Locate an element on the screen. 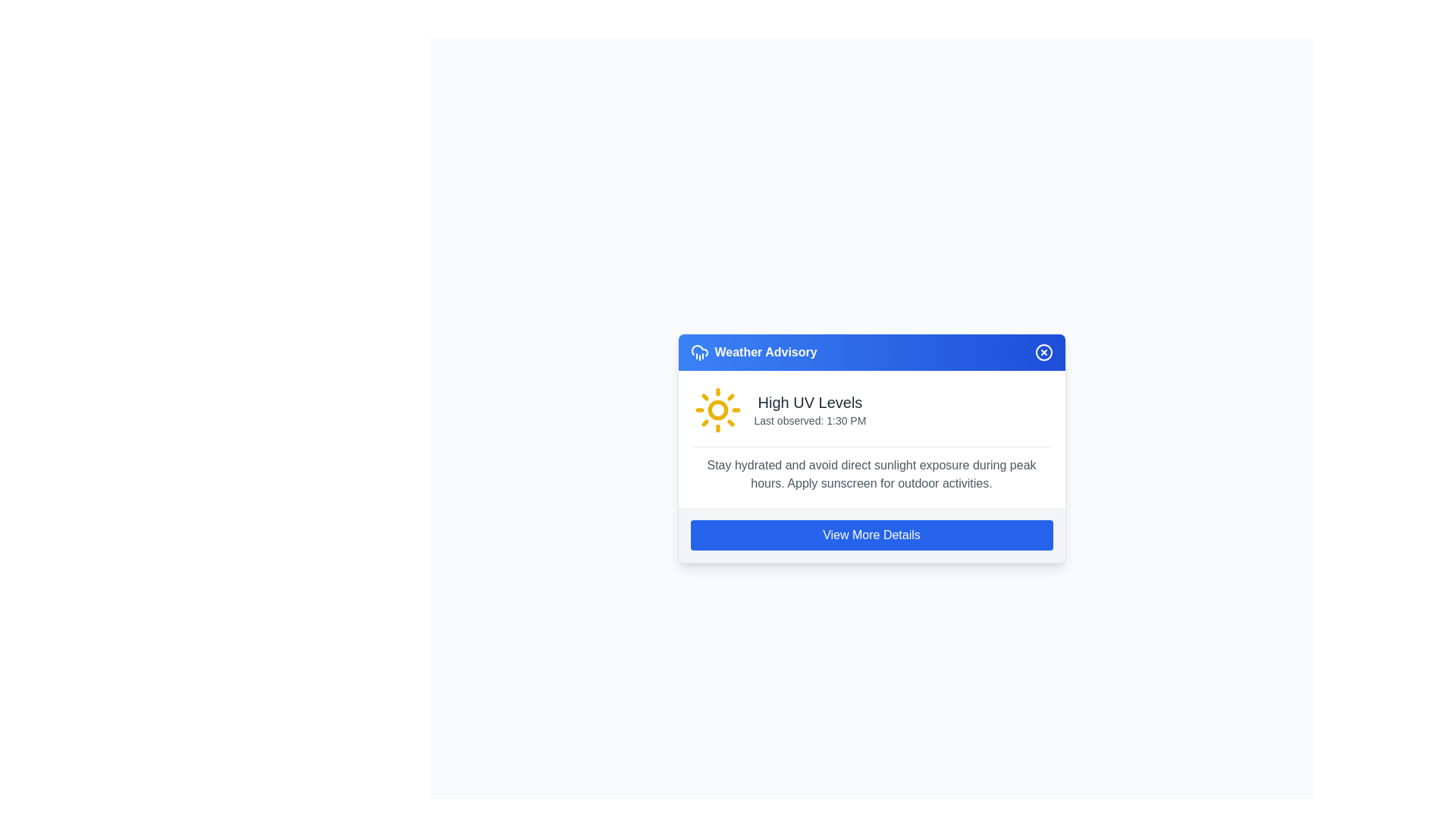  the small yellow circular shape that represents the center of the sun icon in the weather advisory dialog box is located at coordinates (717, 409).